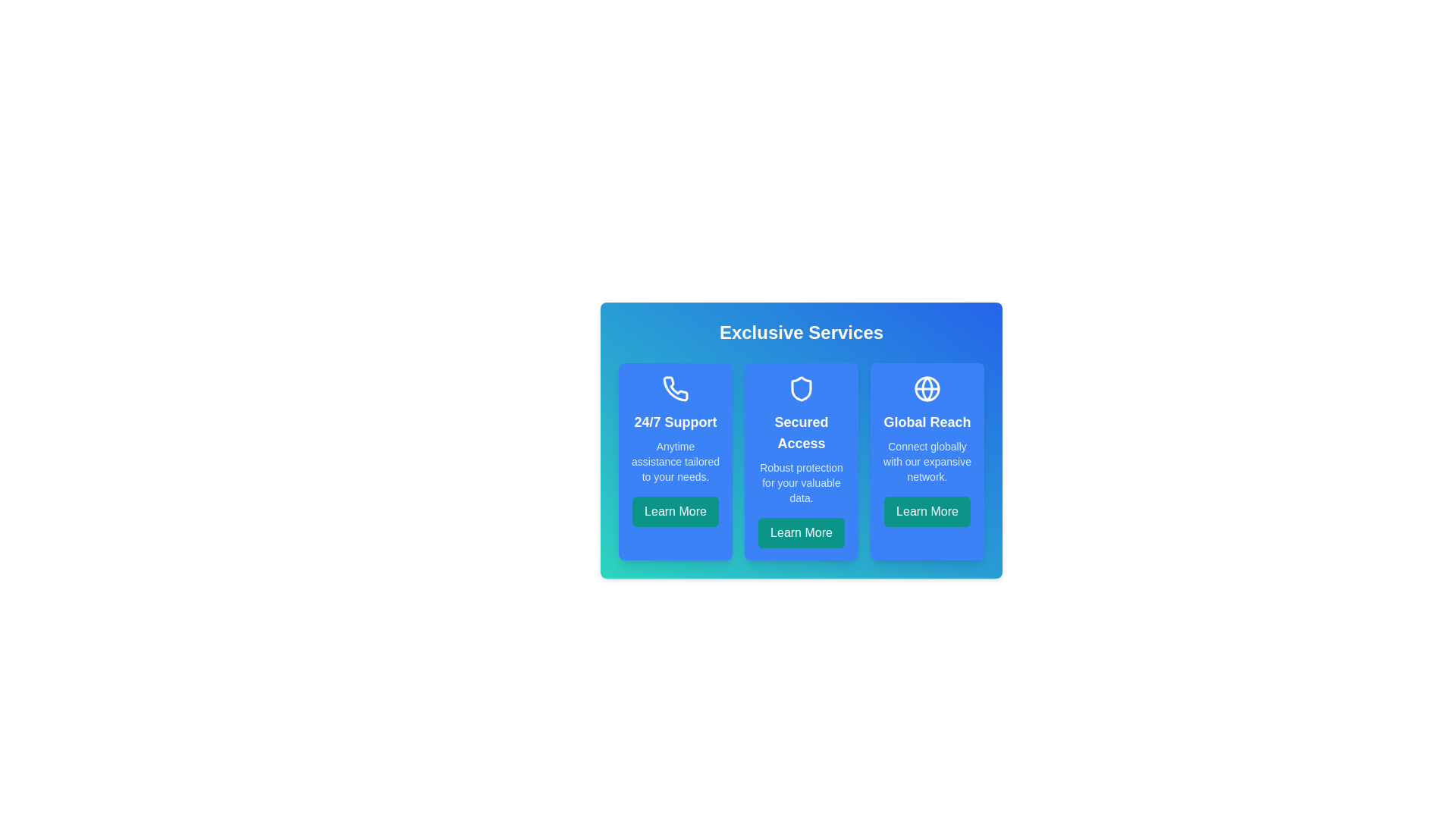 Image resolution: width=1456 pixels, height=819 pixels. What do you see at coordinates (927, 461) in the screenshot?
I see `the feature card labeled 'Global Reach' to observe the hover effect` at bounding box center [927, 461].